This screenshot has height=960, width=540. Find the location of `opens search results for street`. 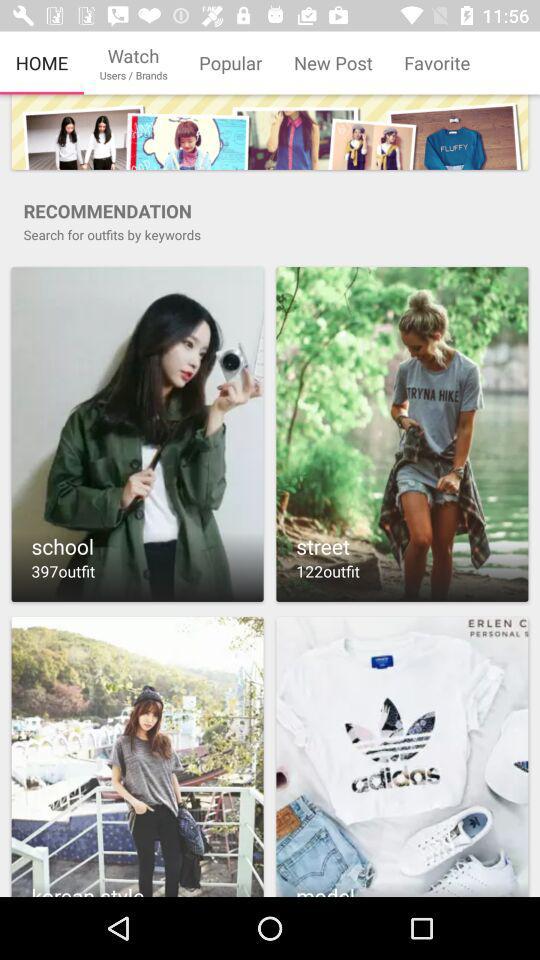

opens search results for street is located at coordinates (402, 434).